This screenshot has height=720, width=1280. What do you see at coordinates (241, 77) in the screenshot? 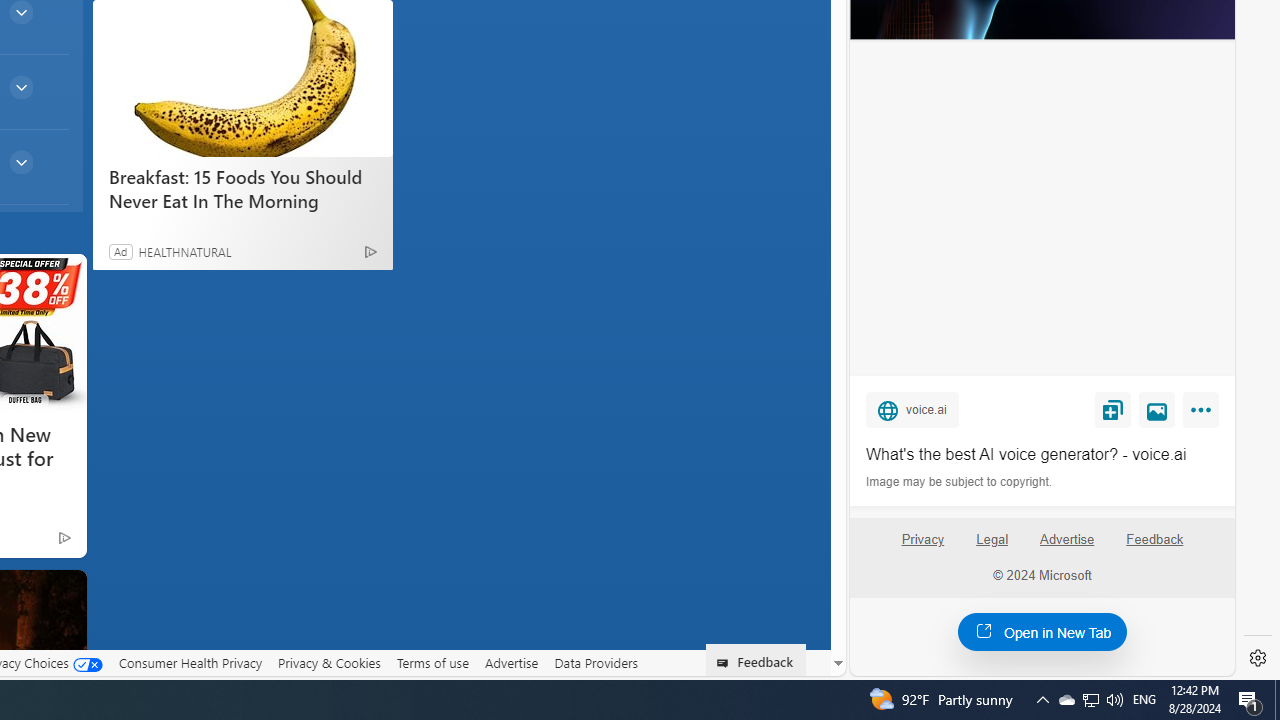
I see `'Breakfast: 15 Foods You Should Never Eat In The Morning'` at bounding box center [241, 77].